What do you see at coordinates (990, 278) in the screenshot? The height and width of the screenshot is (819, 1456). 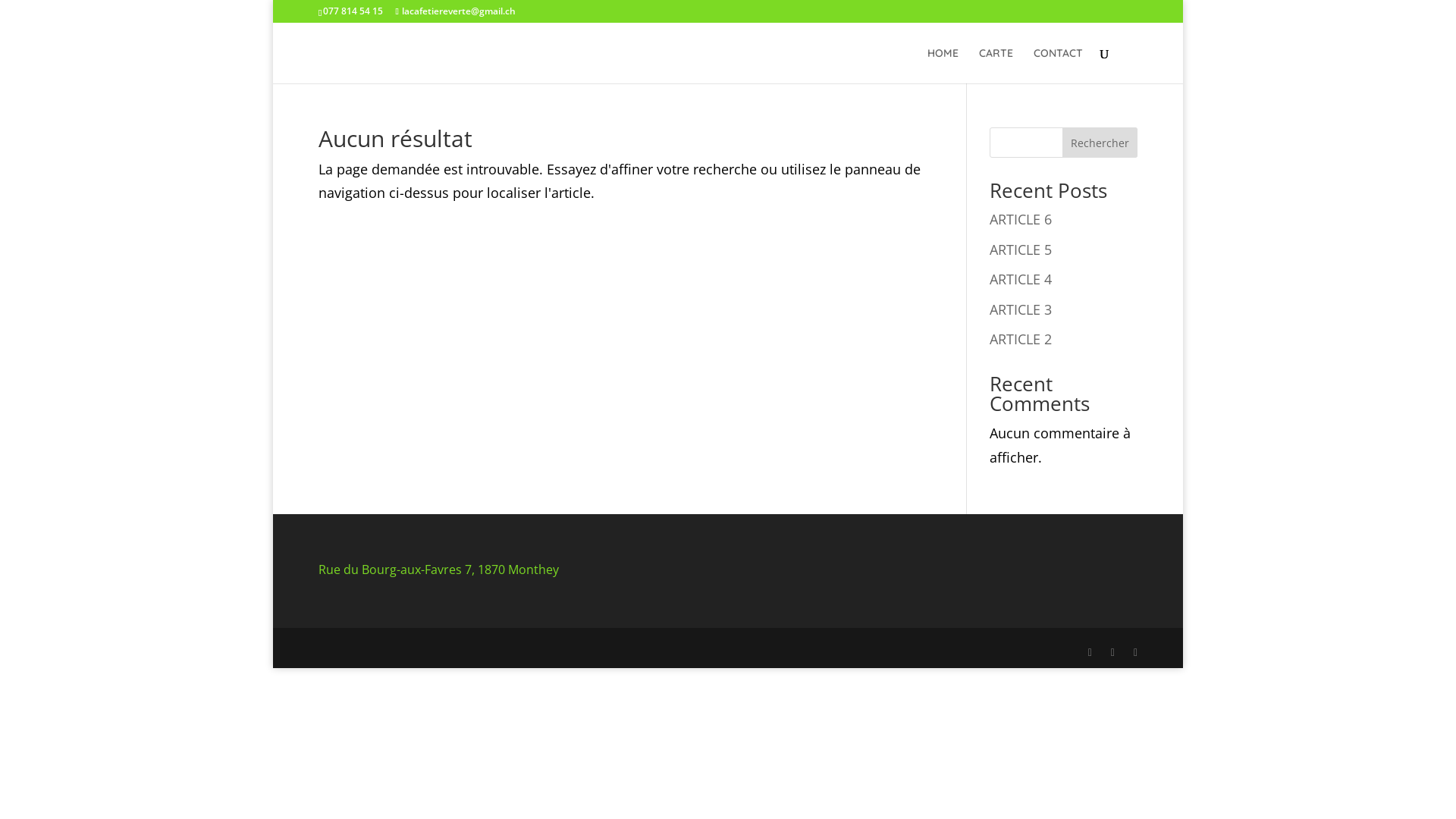 I see `'ARTICLE 4'` at bounding box center [990, 278].